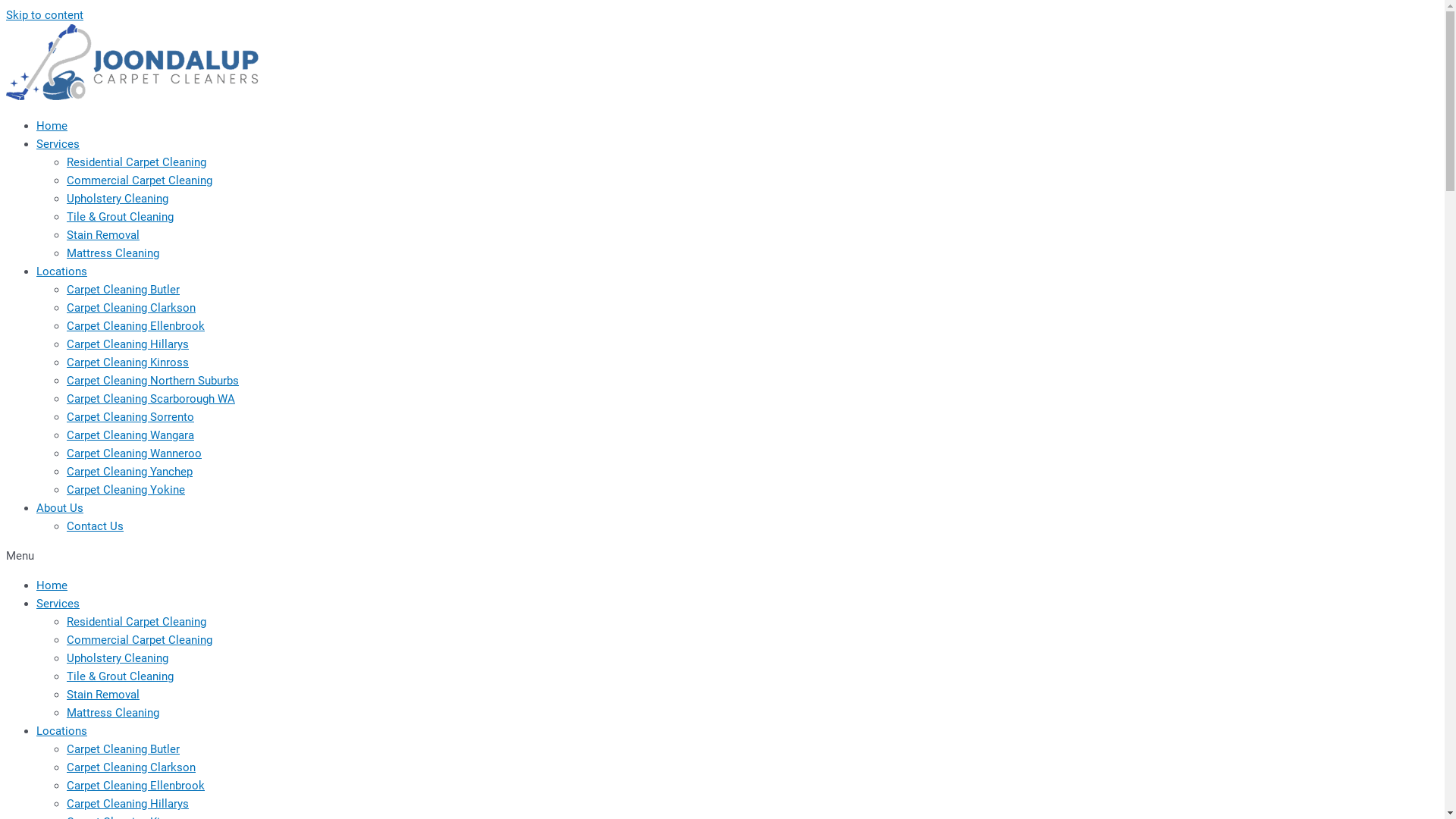 The image size is (1456, 819). What do you see at coordinates (130, 435) in the screenshot?
I see `'Carpet Cleaning Wangara'` at bounding box center [130, 435].